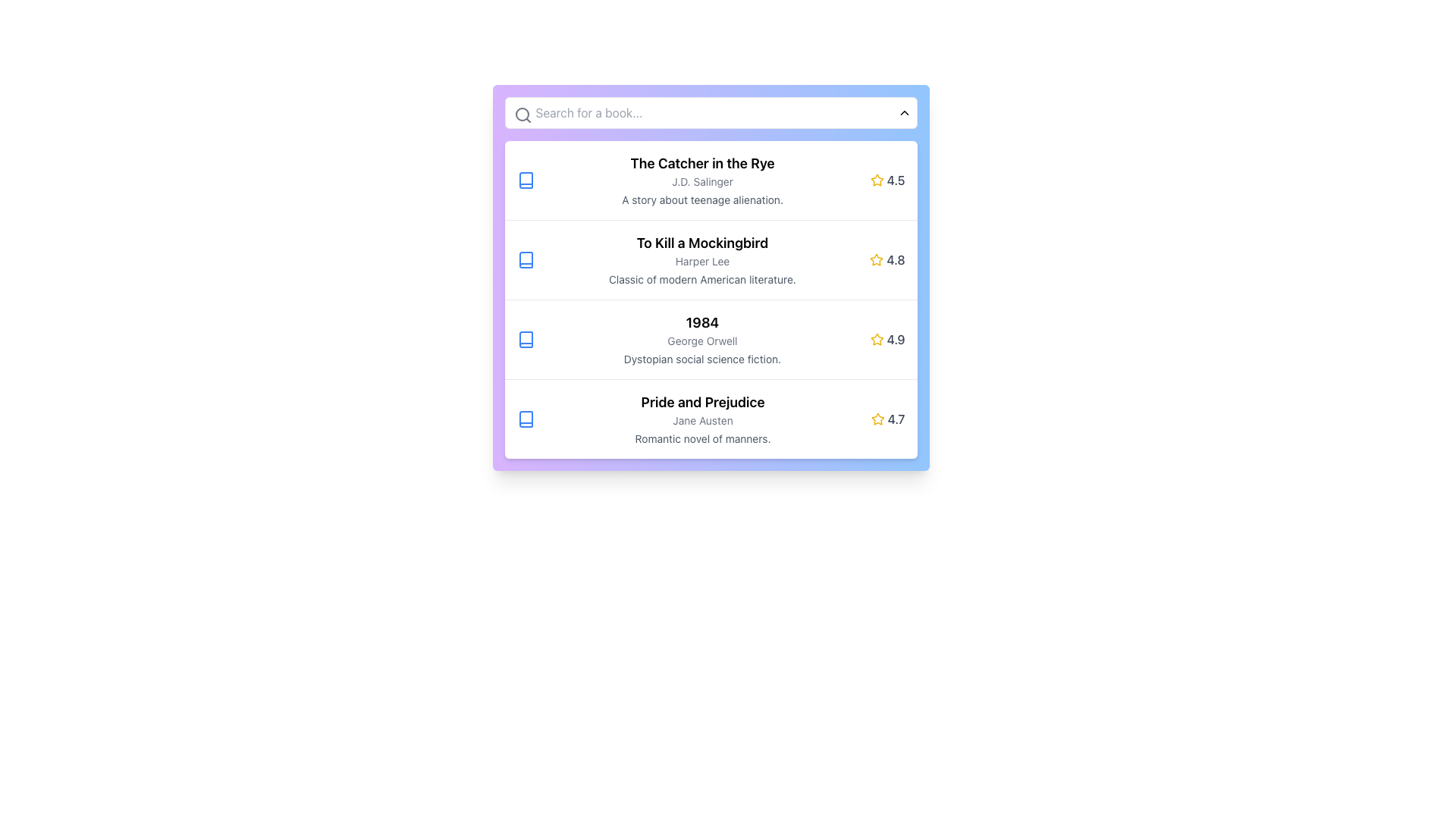  Describe the element at coordinates (701, 419) in the screenshot. I see `displayed text of the Text Display element titled 'Pride and Prejudice', which includes the author 'Jane Austen' and the description 'Romantic novel of manners.'` at that location.